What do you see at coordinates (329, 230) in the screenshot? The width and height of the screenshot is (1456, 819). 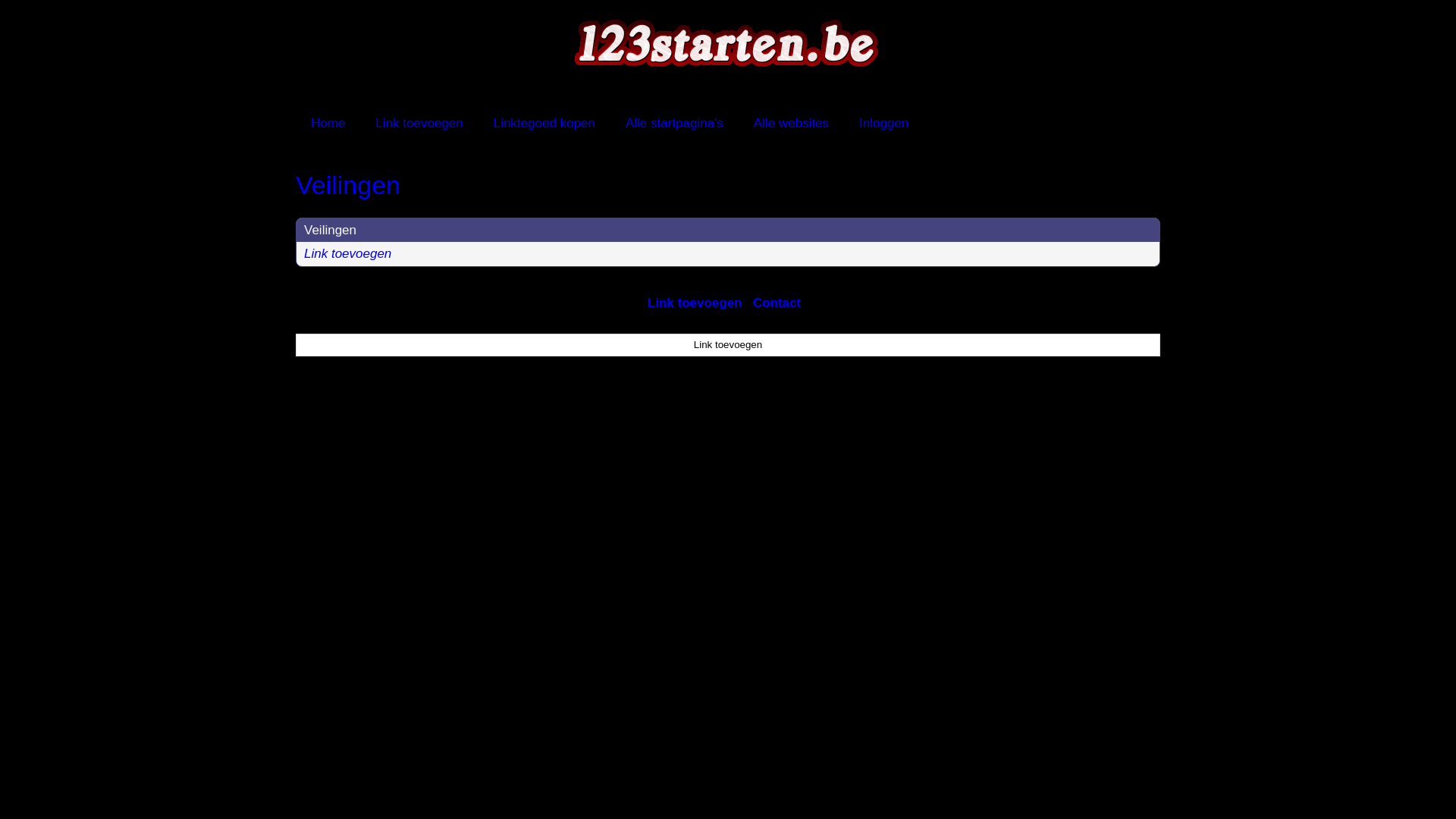 I see `'Veilingen'` at bounding box center [329, 230].